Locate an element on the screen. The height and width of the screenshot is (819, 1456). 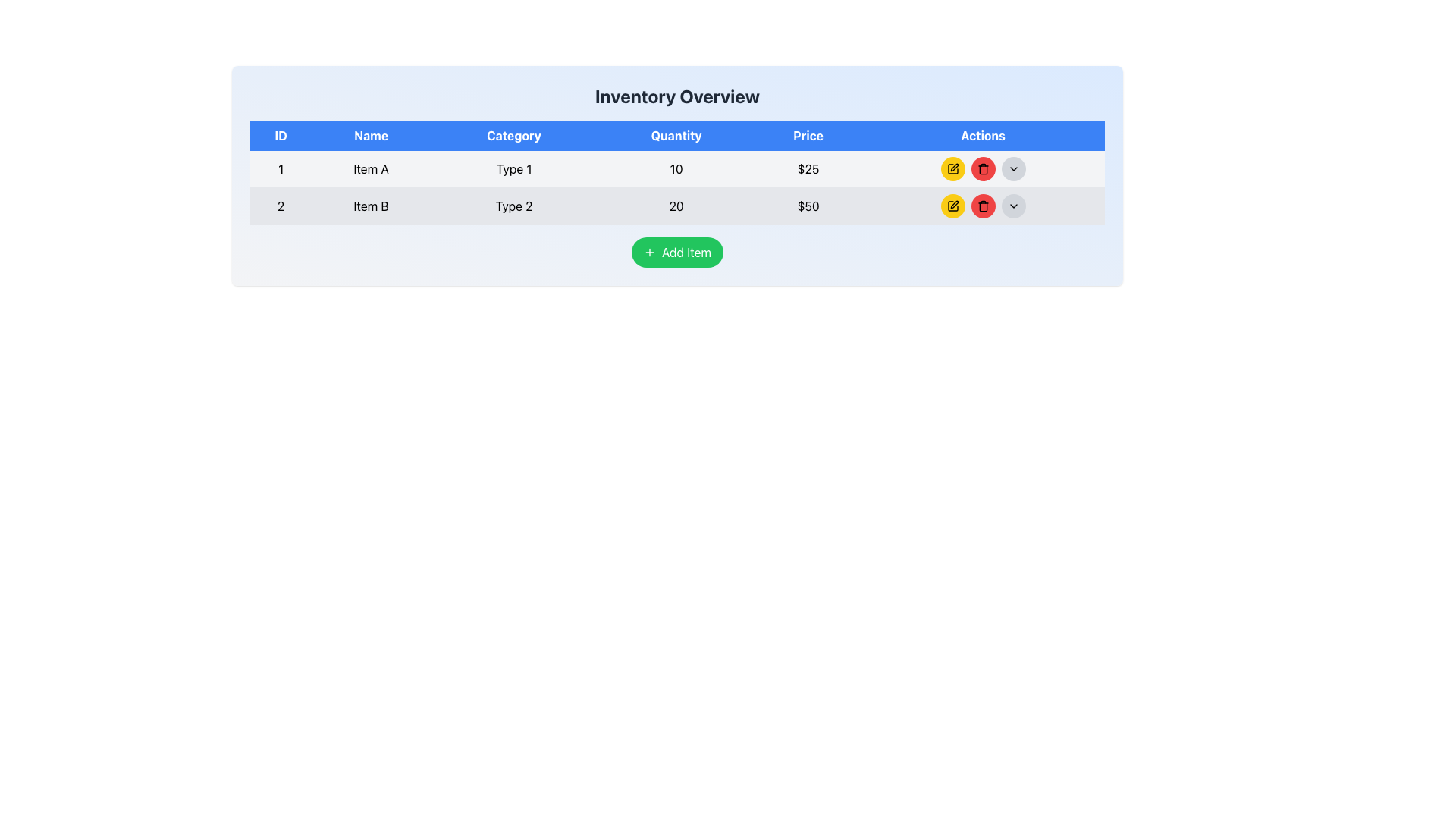
the text element representing the category of the item in the first row of the inventory table, located in the third column under the 'Category' header is located at coordinates (514, 169).